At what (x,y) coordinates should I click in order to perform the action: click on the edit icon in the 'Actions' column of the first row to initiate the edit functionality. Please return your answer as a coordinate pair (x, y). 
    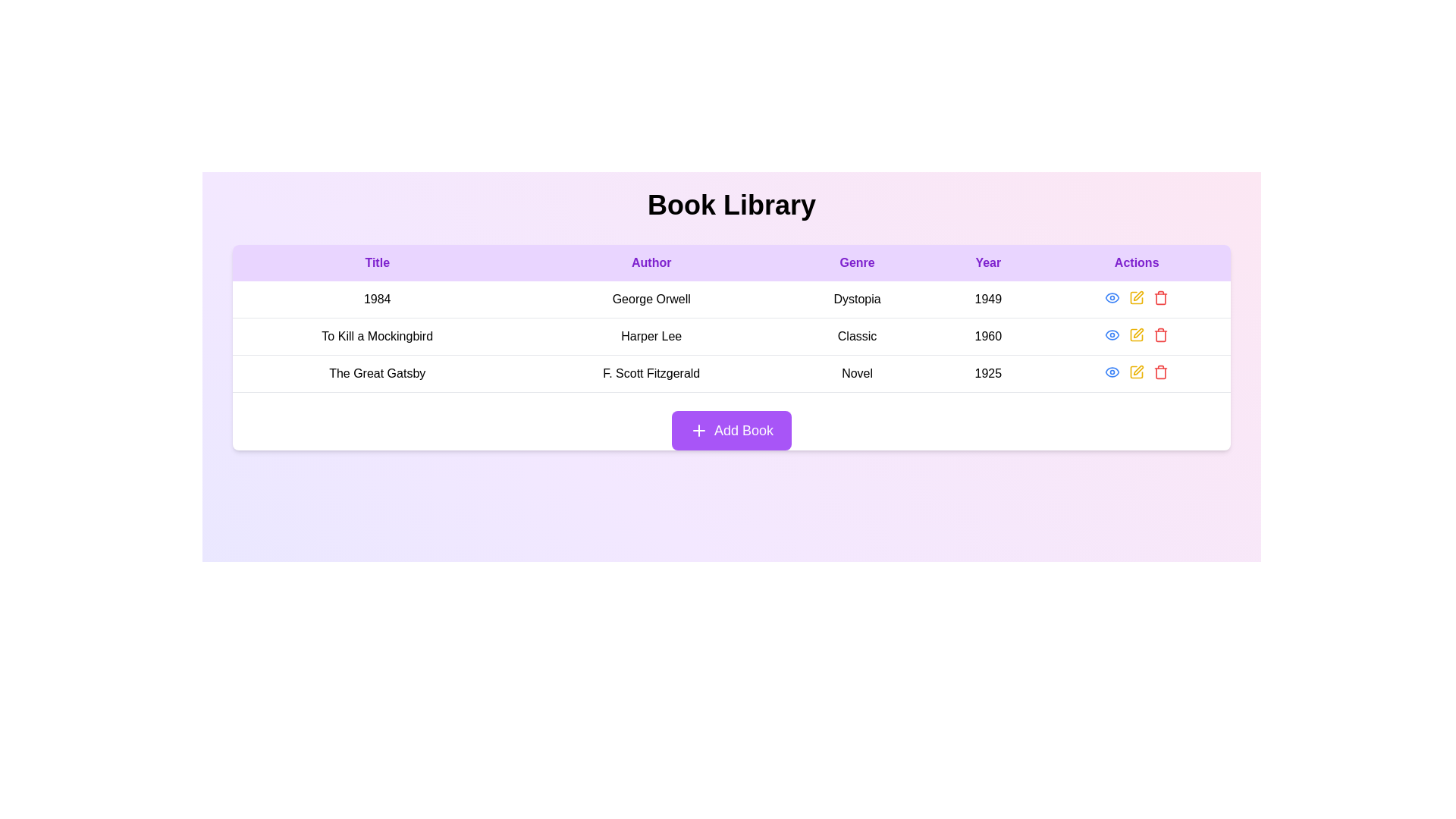
    Looking at the image, I should click on (1137, 298).